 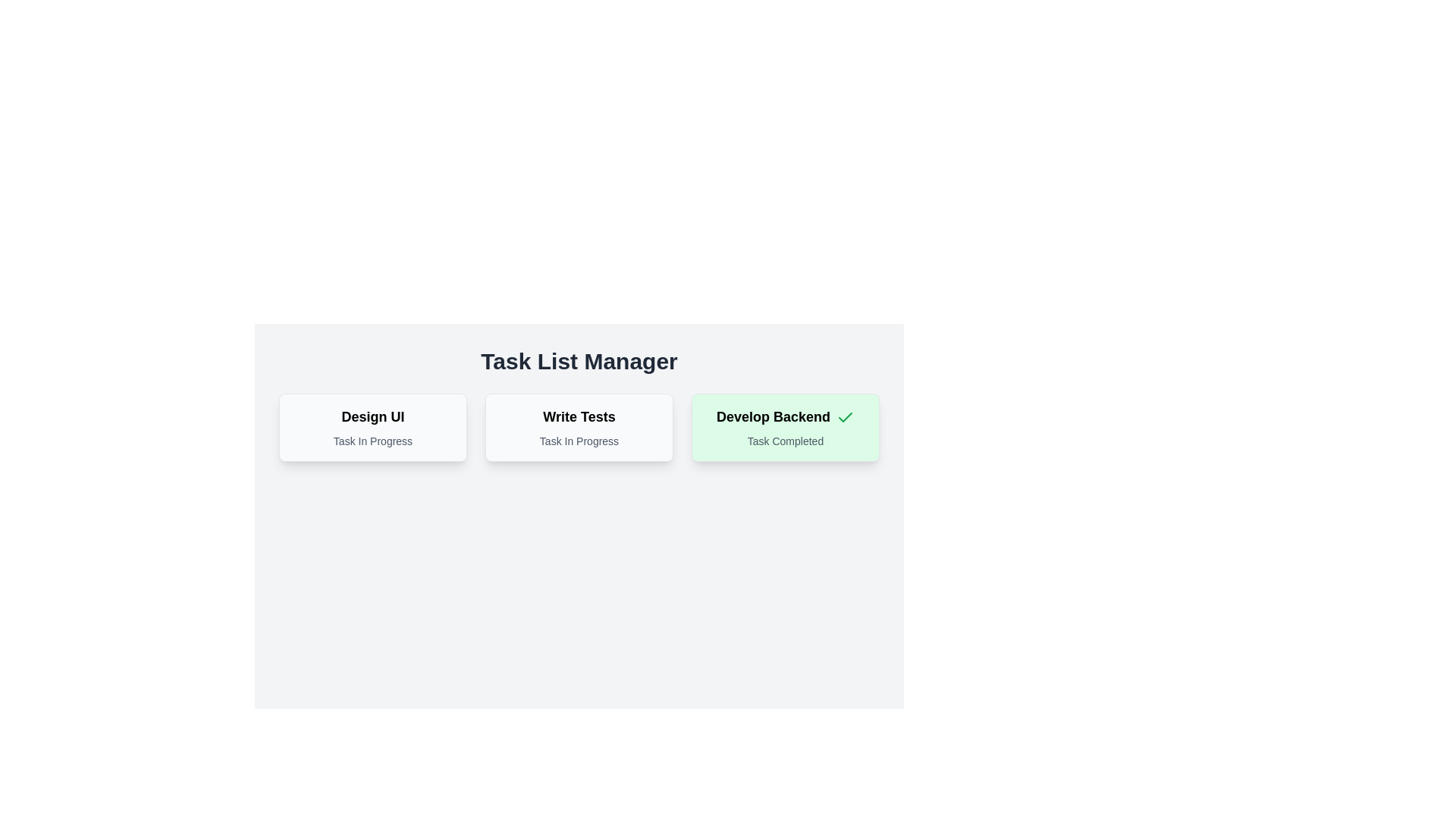 I want to click on the Information Card titled 'Design UI' that indicates 'Task In Progress', so click(x=372, y=427).